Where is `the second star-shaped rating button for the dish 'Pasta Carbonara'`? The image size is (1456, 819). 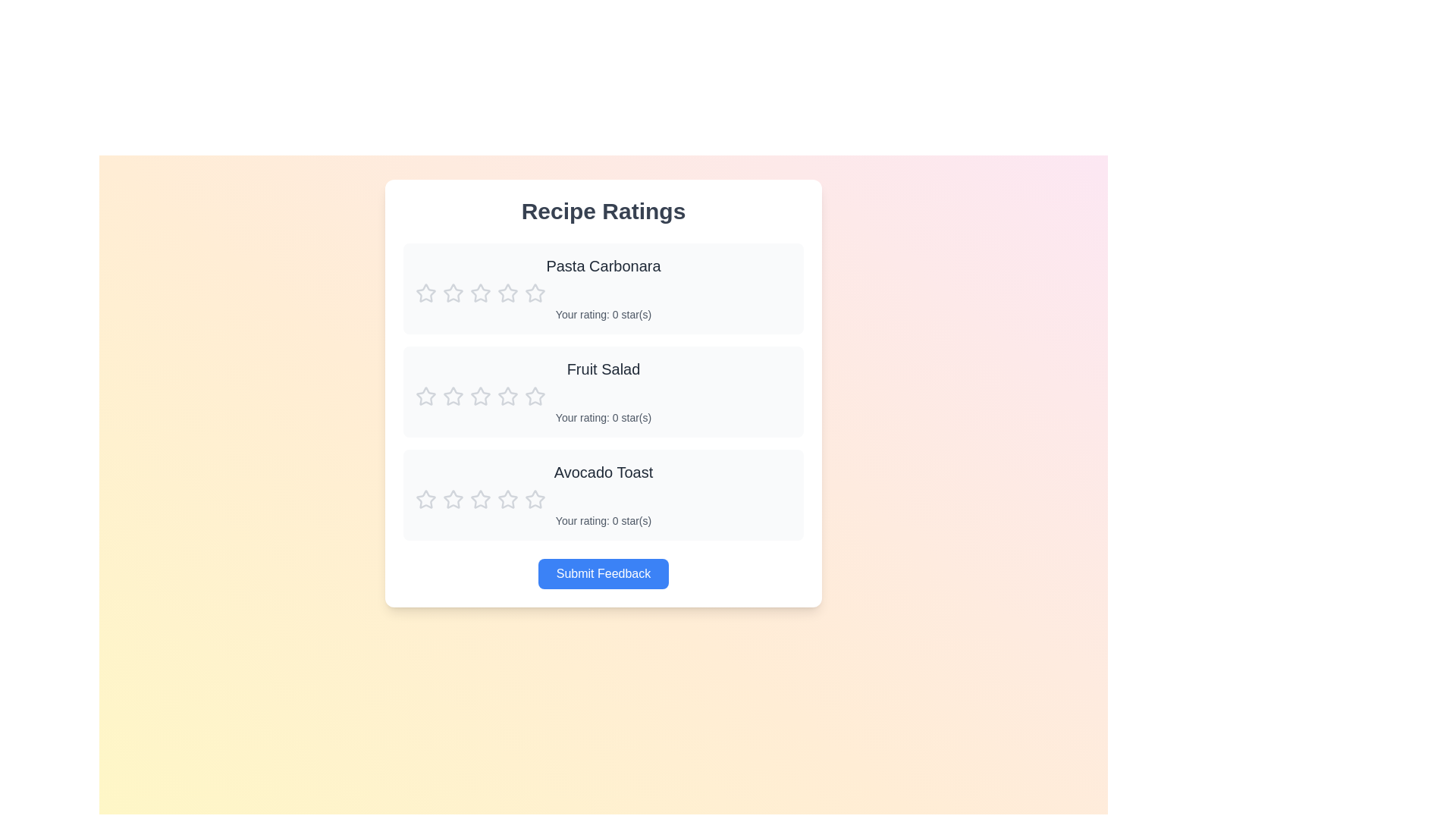 the second star-shaped rating button for the dish 'Pasta Carbonara' is located at coordinates (479, 293).